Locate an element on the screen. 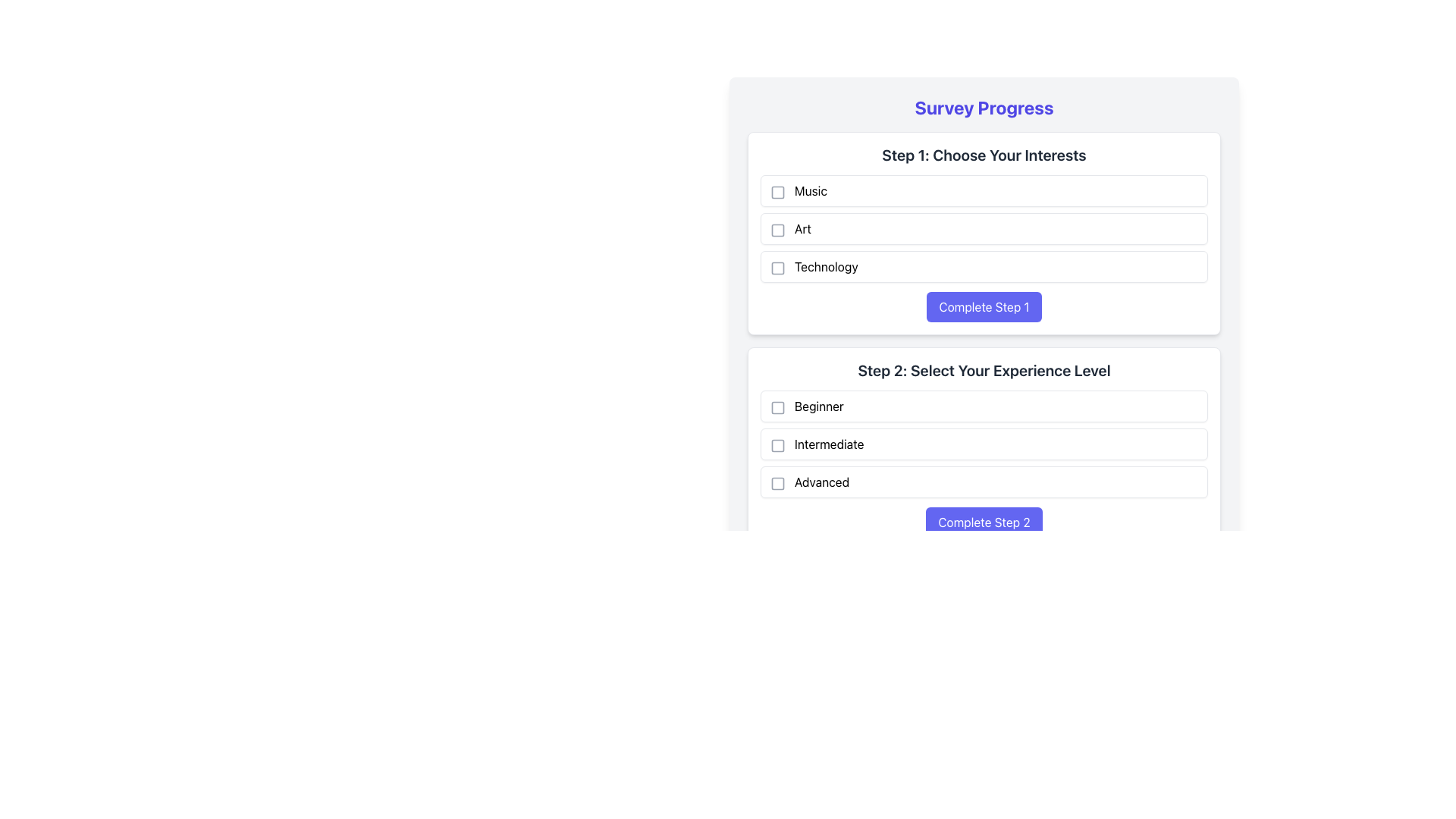  the confirmation button located at the bottom-right of the card titled 'Step 1: Choose Your Interests' to observe its hover effect is located at coordinates (984, 307).